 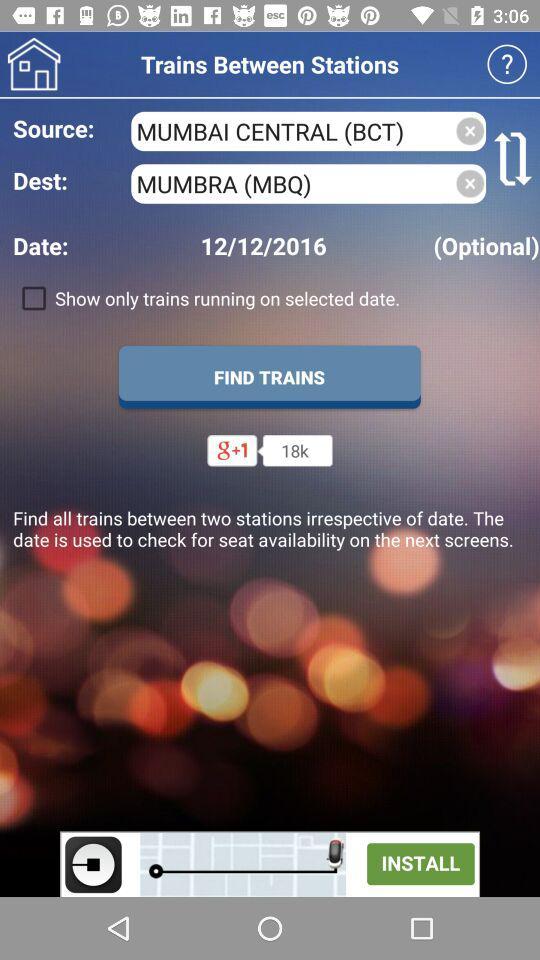 I want to click on delete, so click(x=470, y=183).